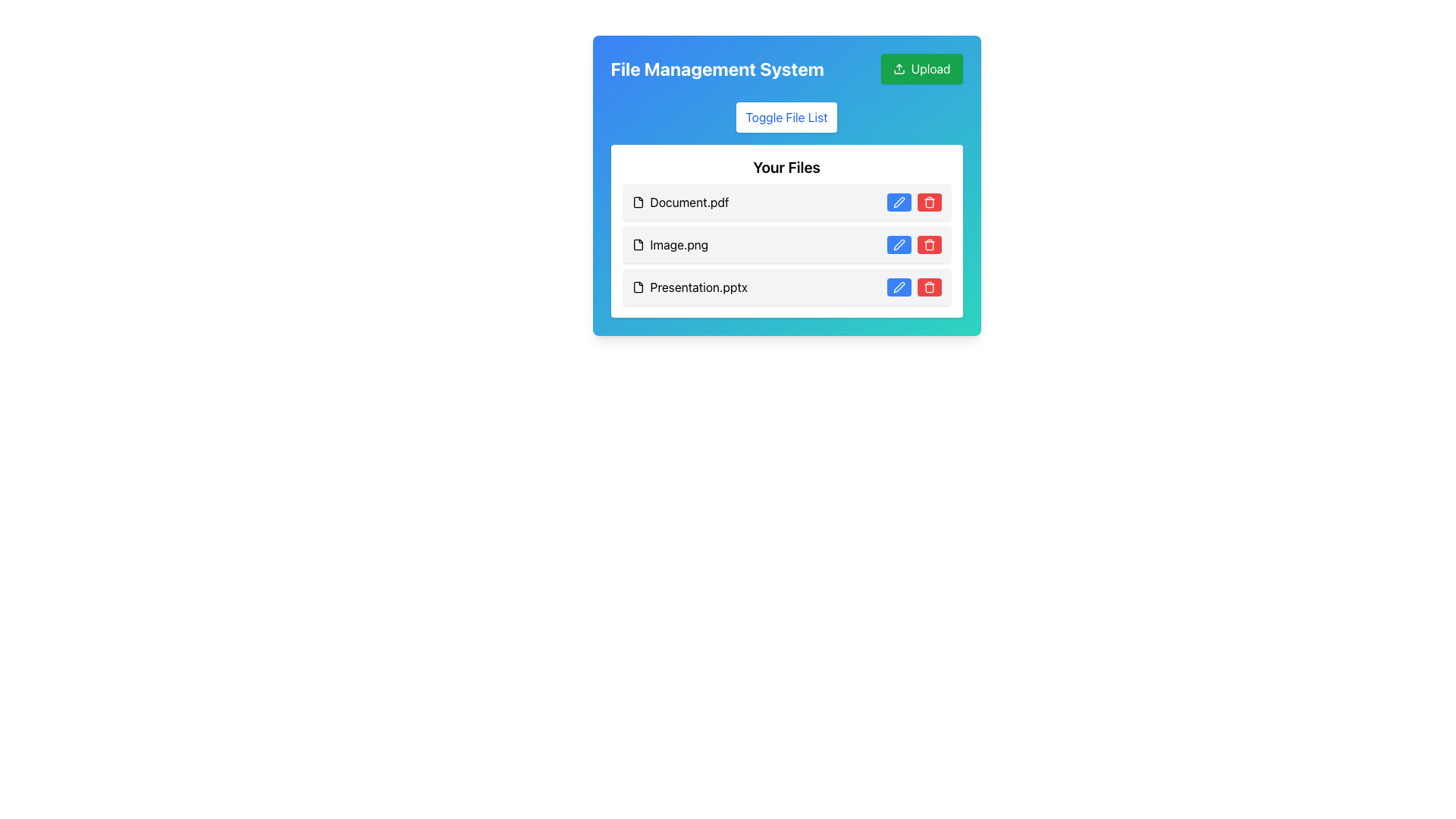 The image size is (1456, 819). Describe the element at coordinates (638, 287) in the screenshot. I see `the file icon for 'Presentation.pptx' in the file management section, which serves as a visual indicator for the file type` at that location.